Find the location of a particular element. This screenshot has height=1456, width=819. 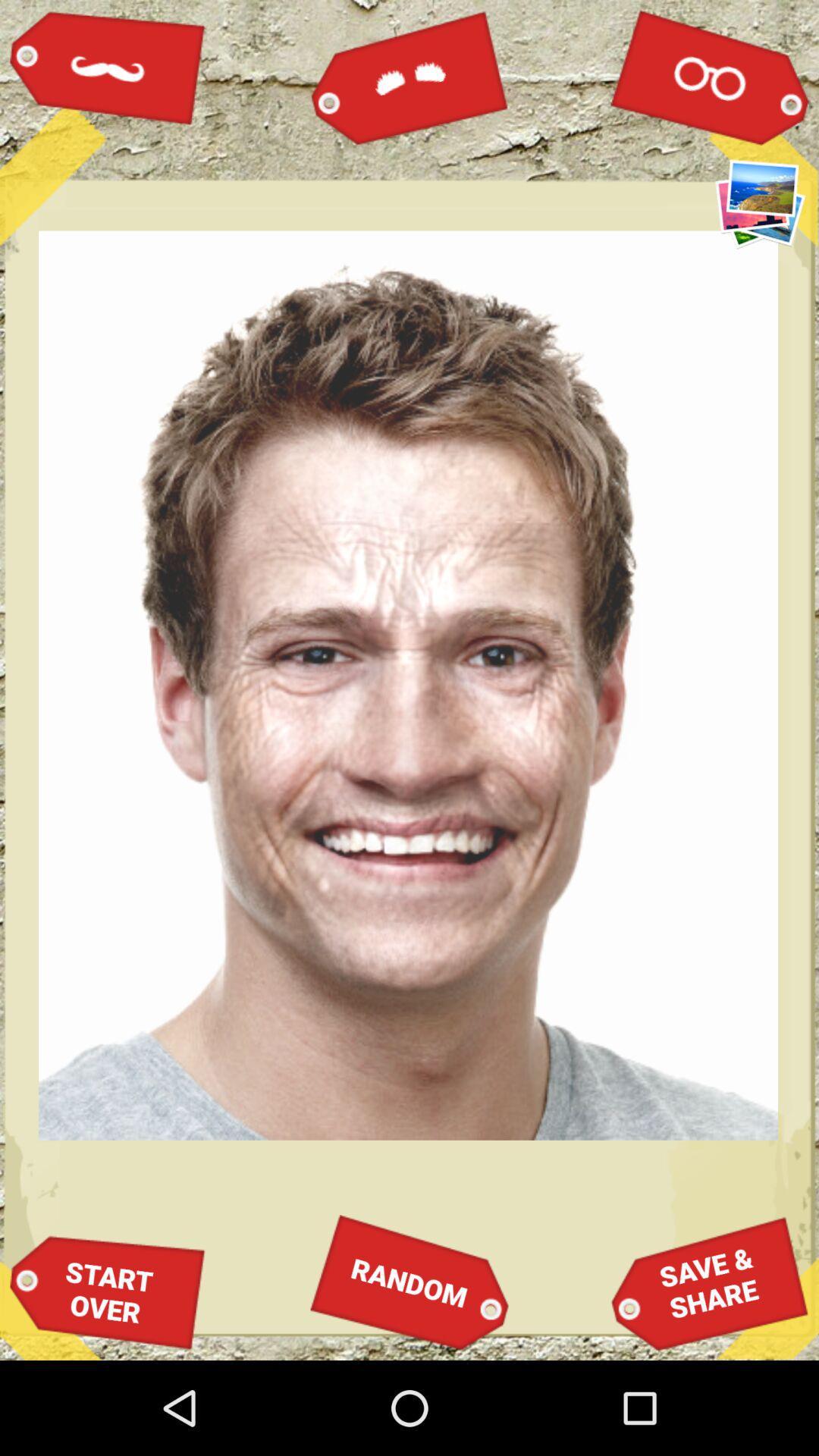

save & is located at coordinates (710, 1282).